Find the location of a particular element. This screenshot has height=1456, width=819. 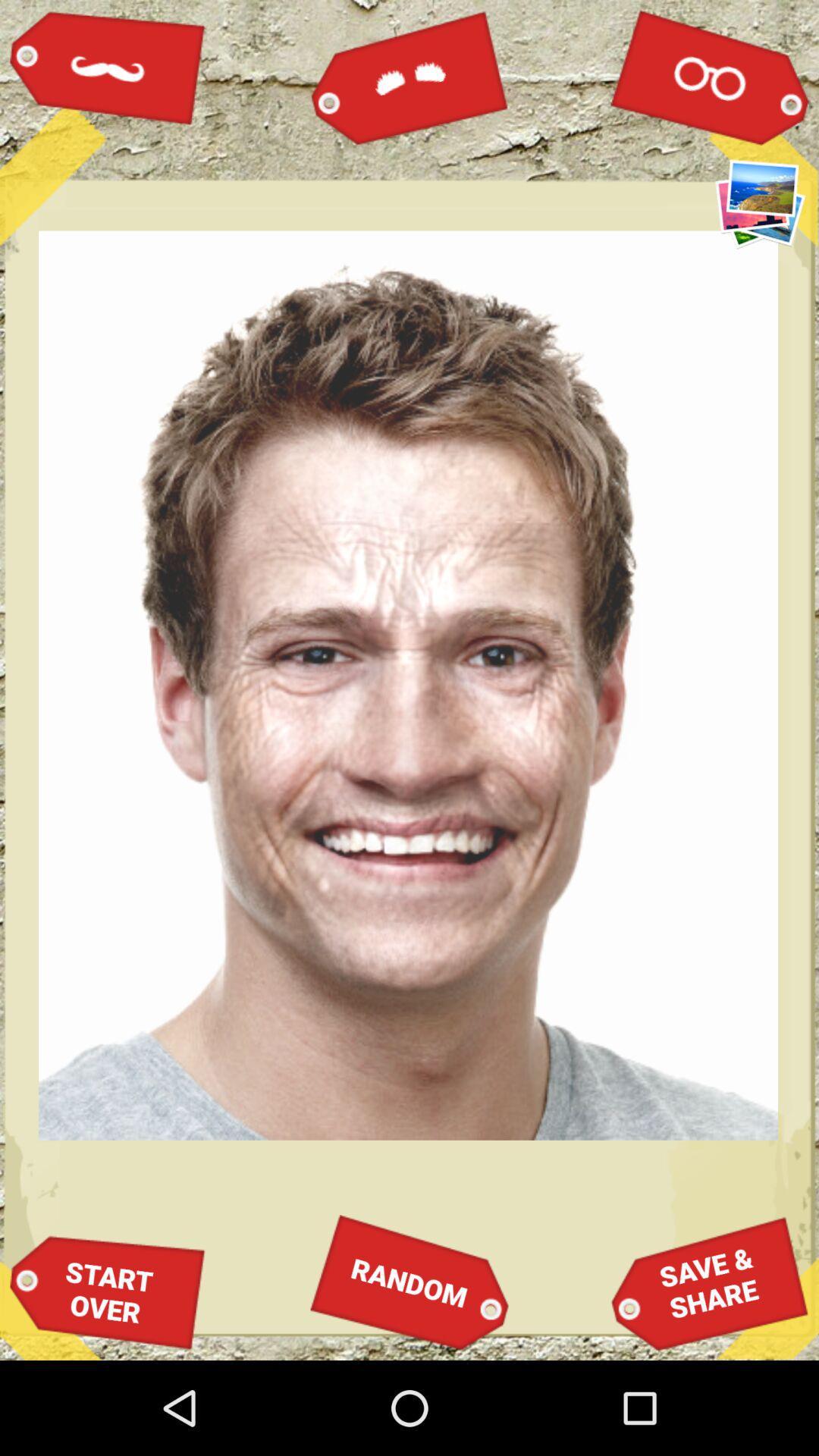

save & is located at coordinates (710, 1282).